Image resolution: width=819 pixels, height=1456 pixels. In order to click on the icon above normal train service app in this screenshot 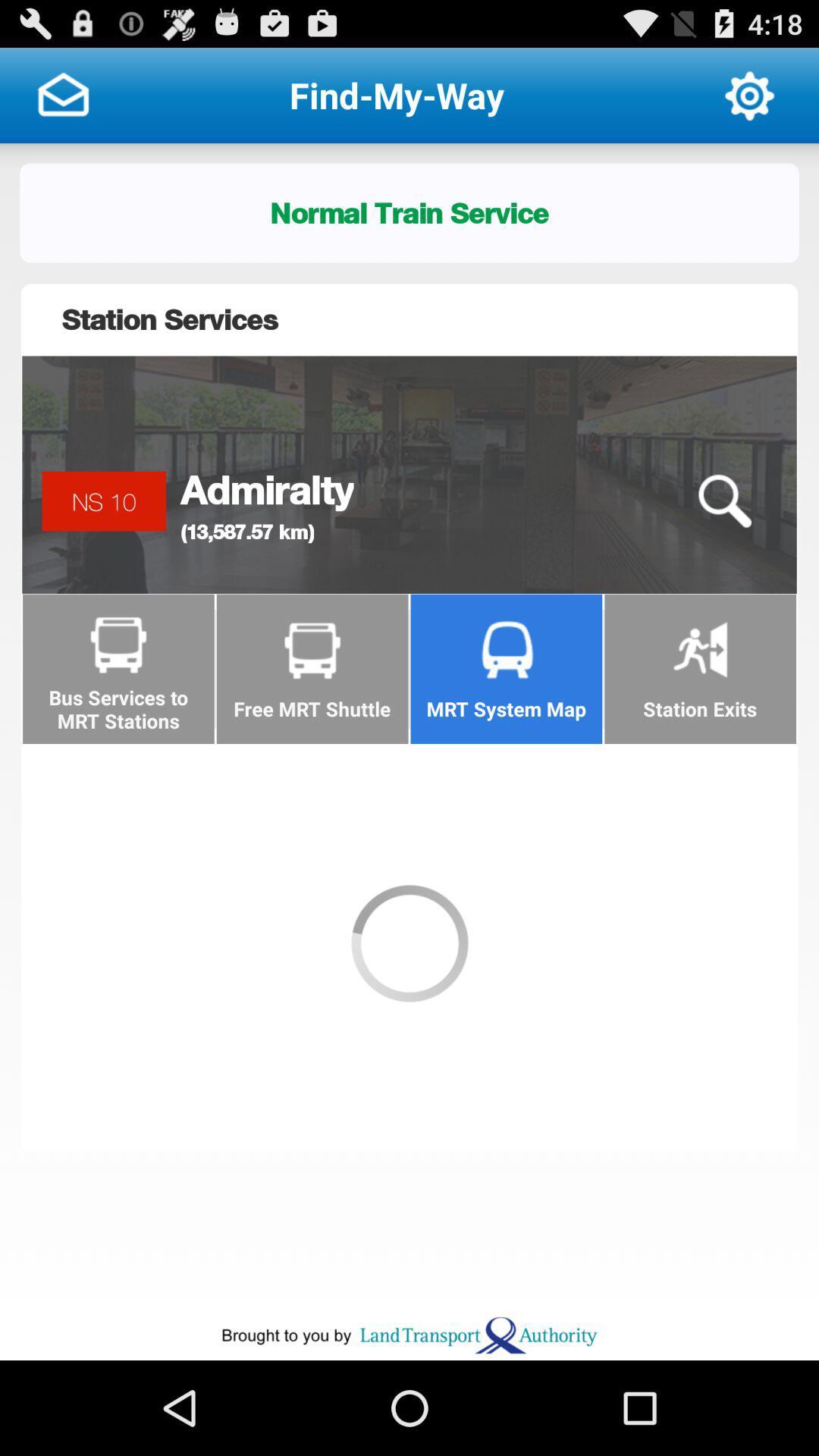, I will do `click(748, 94)`.